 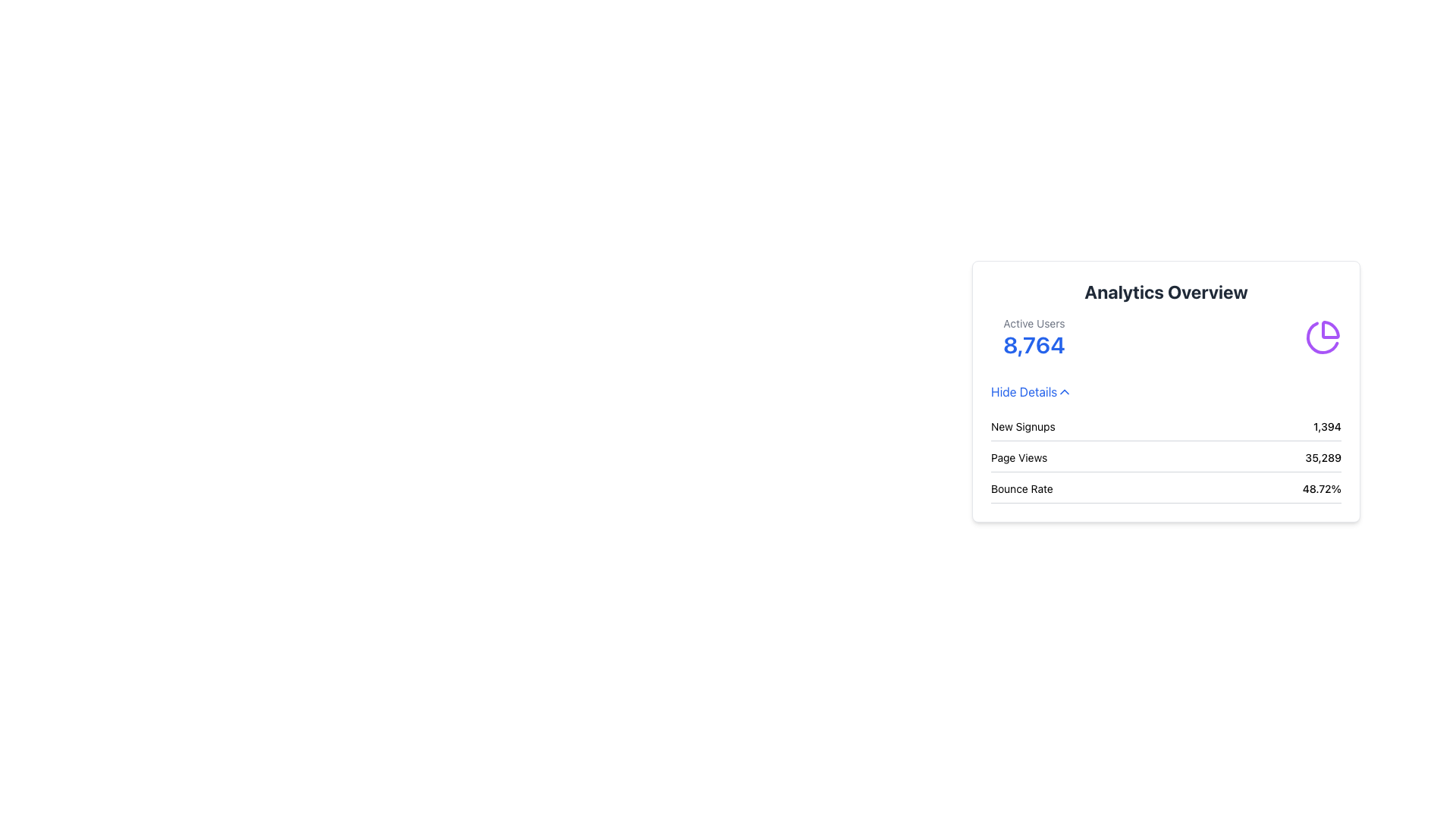 I want to click on displayed numerical value from the Text Display element located below the 'Active Users' label in the analytics overview section, so click(x=1033, y=345).